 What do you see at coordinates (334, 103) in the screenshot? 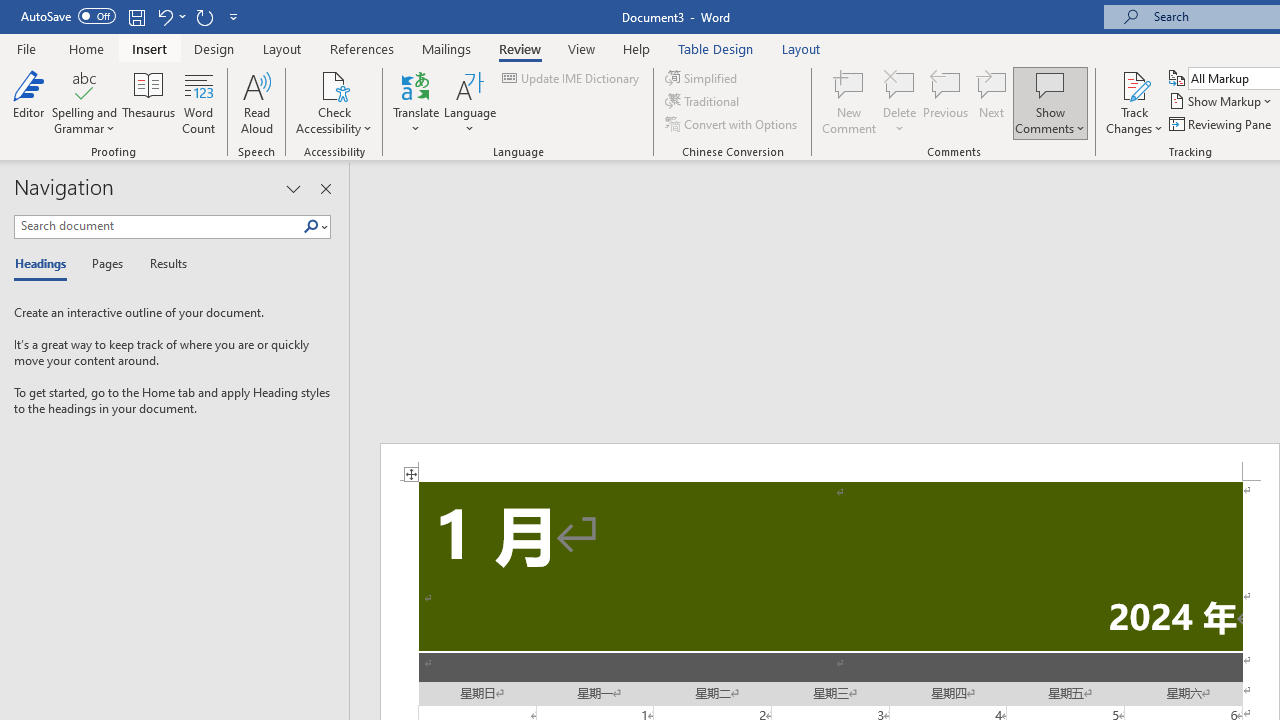
I see `'Check Accessibility'` at bounding box center [334, 103].